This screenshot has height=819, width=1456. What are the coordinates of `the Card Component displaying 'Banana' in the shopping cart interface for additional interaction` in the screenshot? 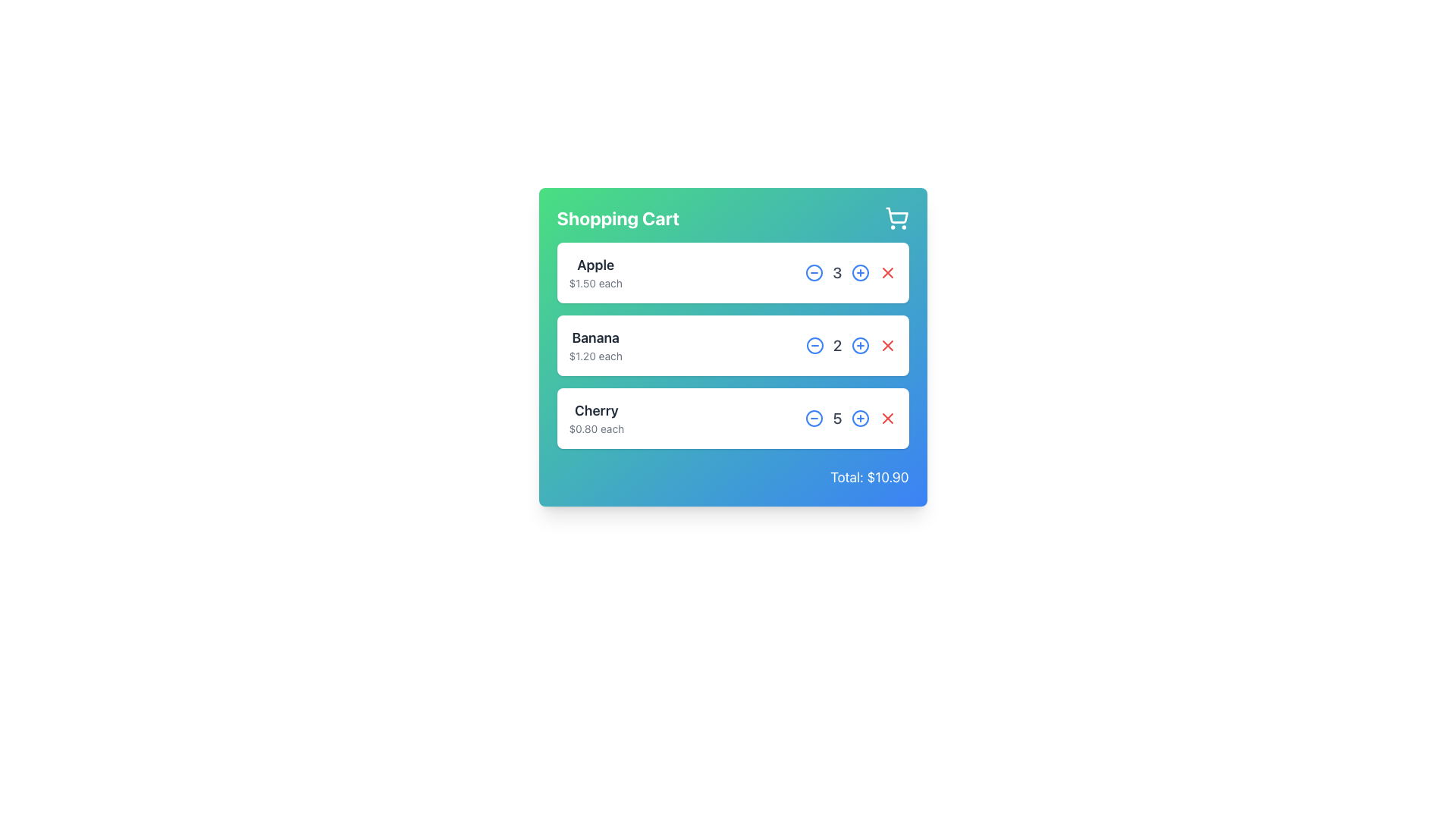 It's located at (733, 345).